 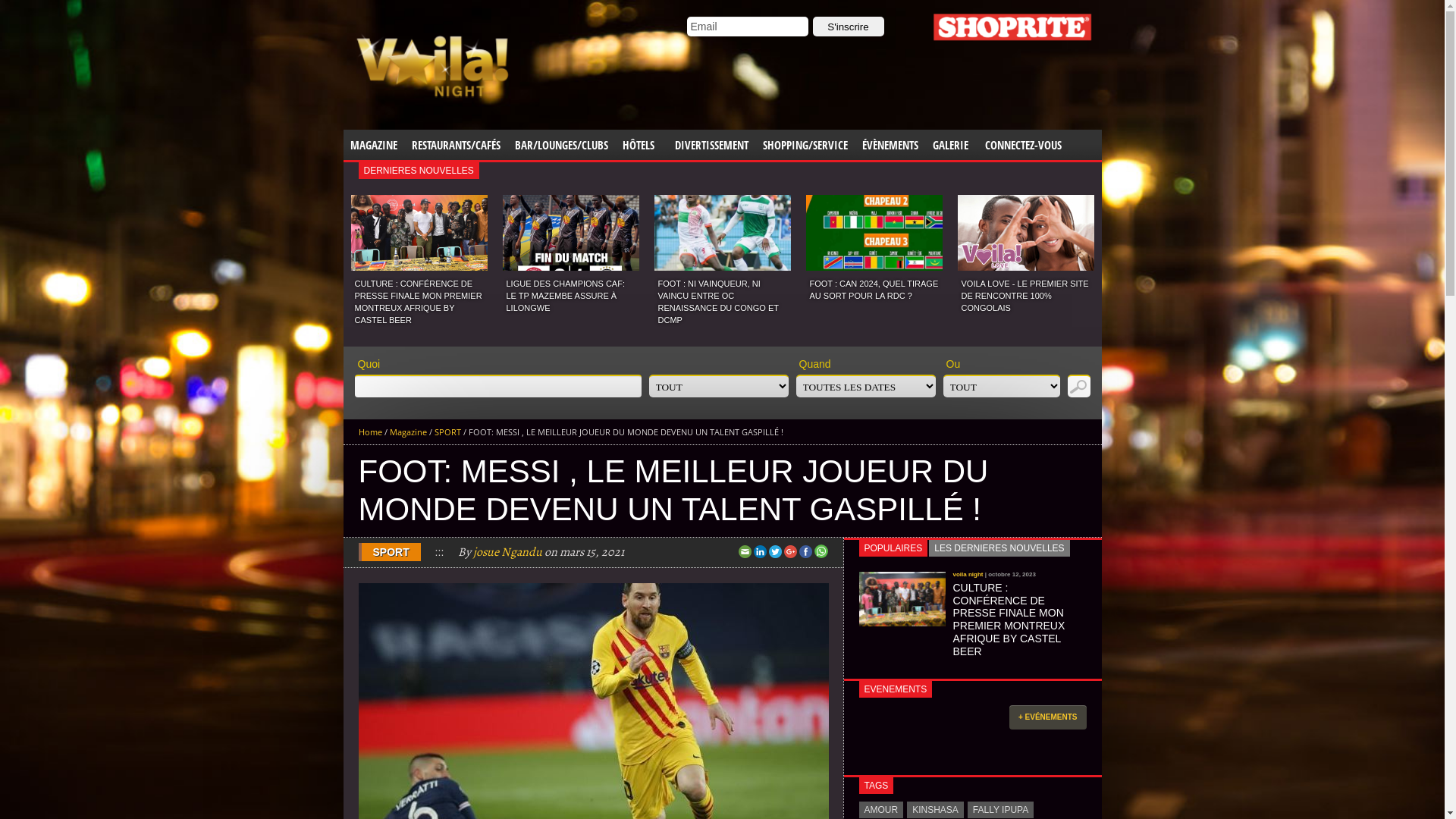 What do you see at coordinates (747, 26) in the screenshot?
I see `'Email'` at bounding box center [747, 26].